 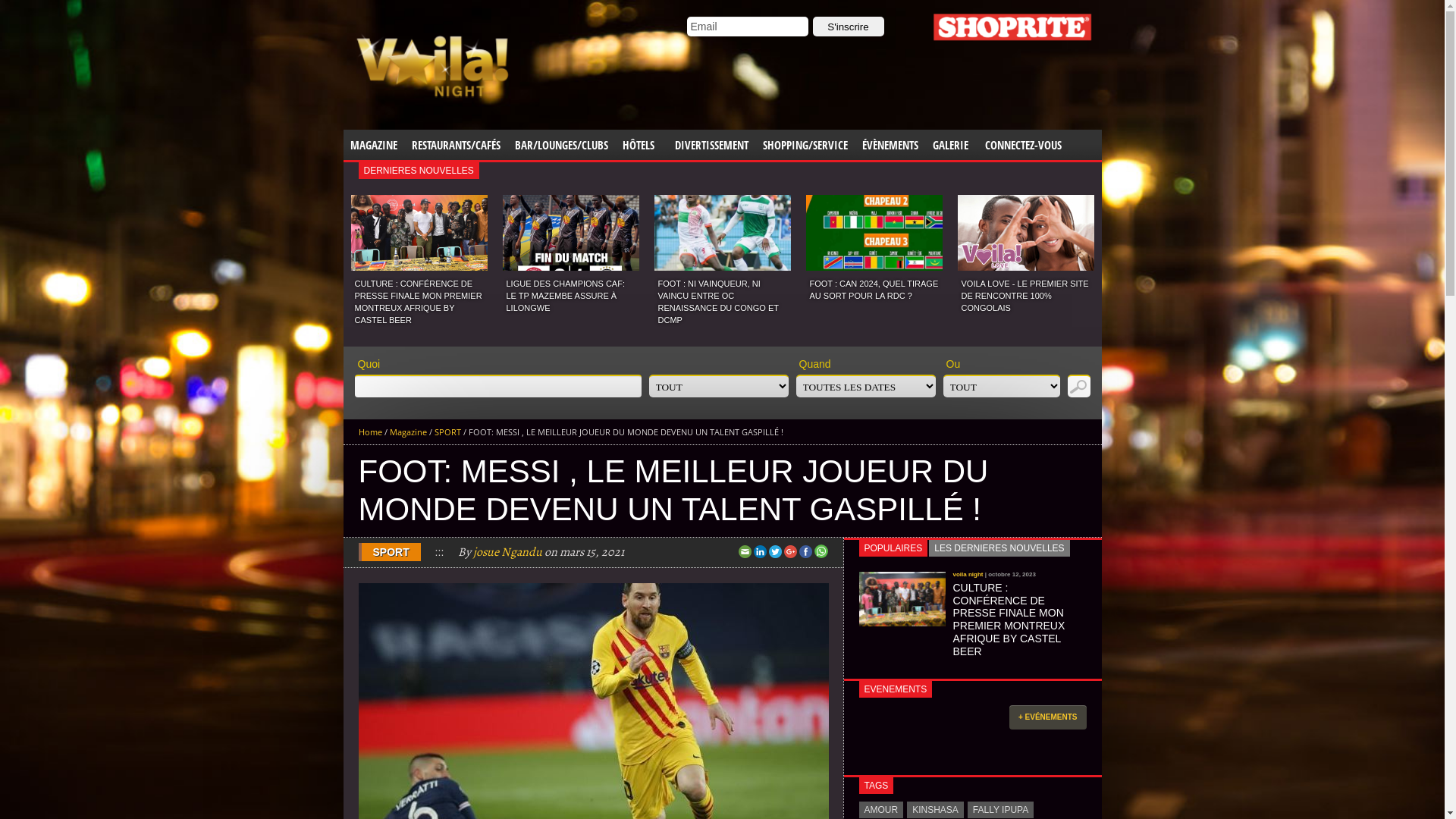 What do you see at coordinates (747, 26) in the screenshot?
I see `'Email'` at bounding box center [747, 26].